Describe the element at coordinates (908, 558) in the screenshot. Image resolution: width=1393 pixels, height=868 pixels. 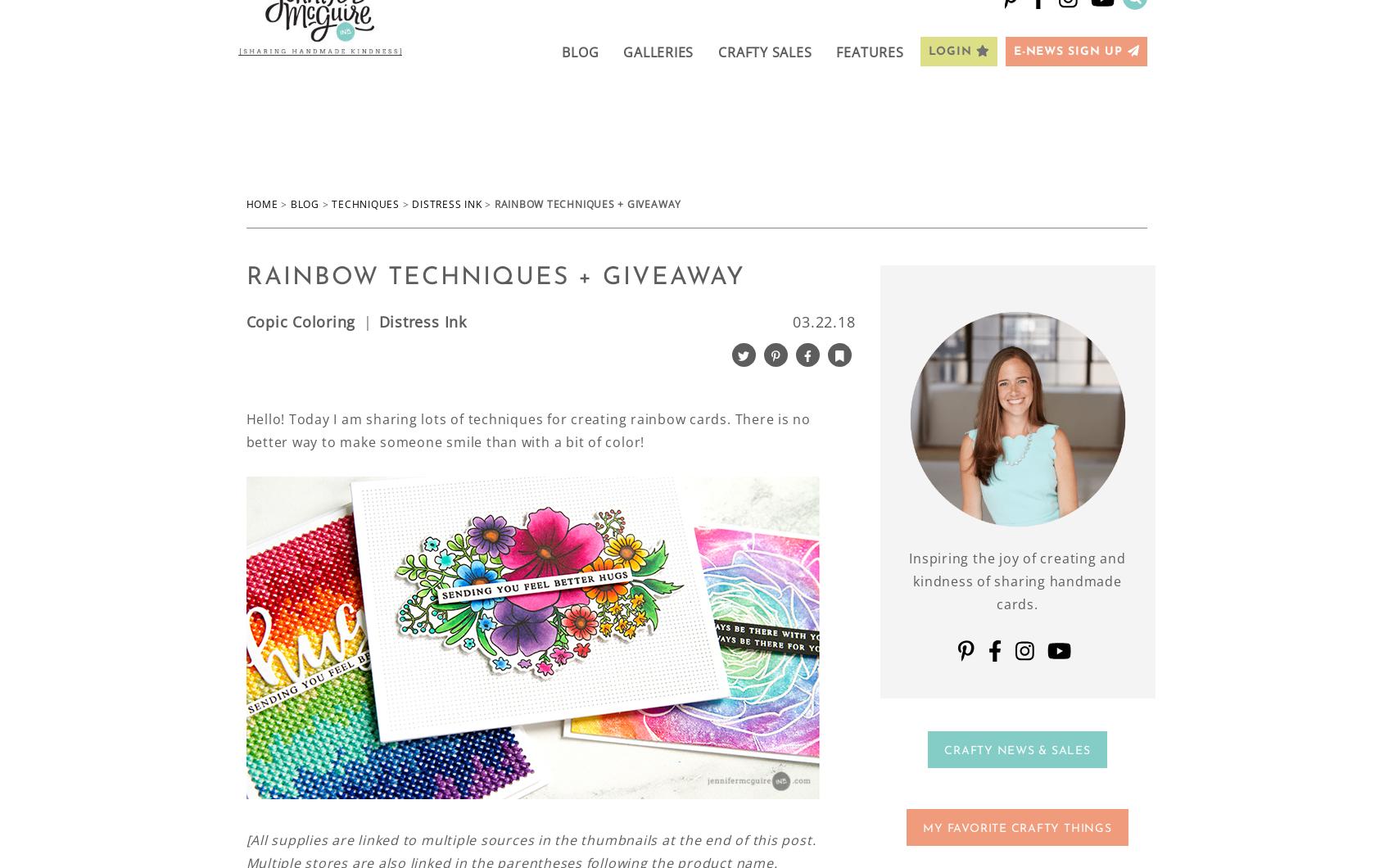
I see `'Inspiring the joy of creating and'` at that location.